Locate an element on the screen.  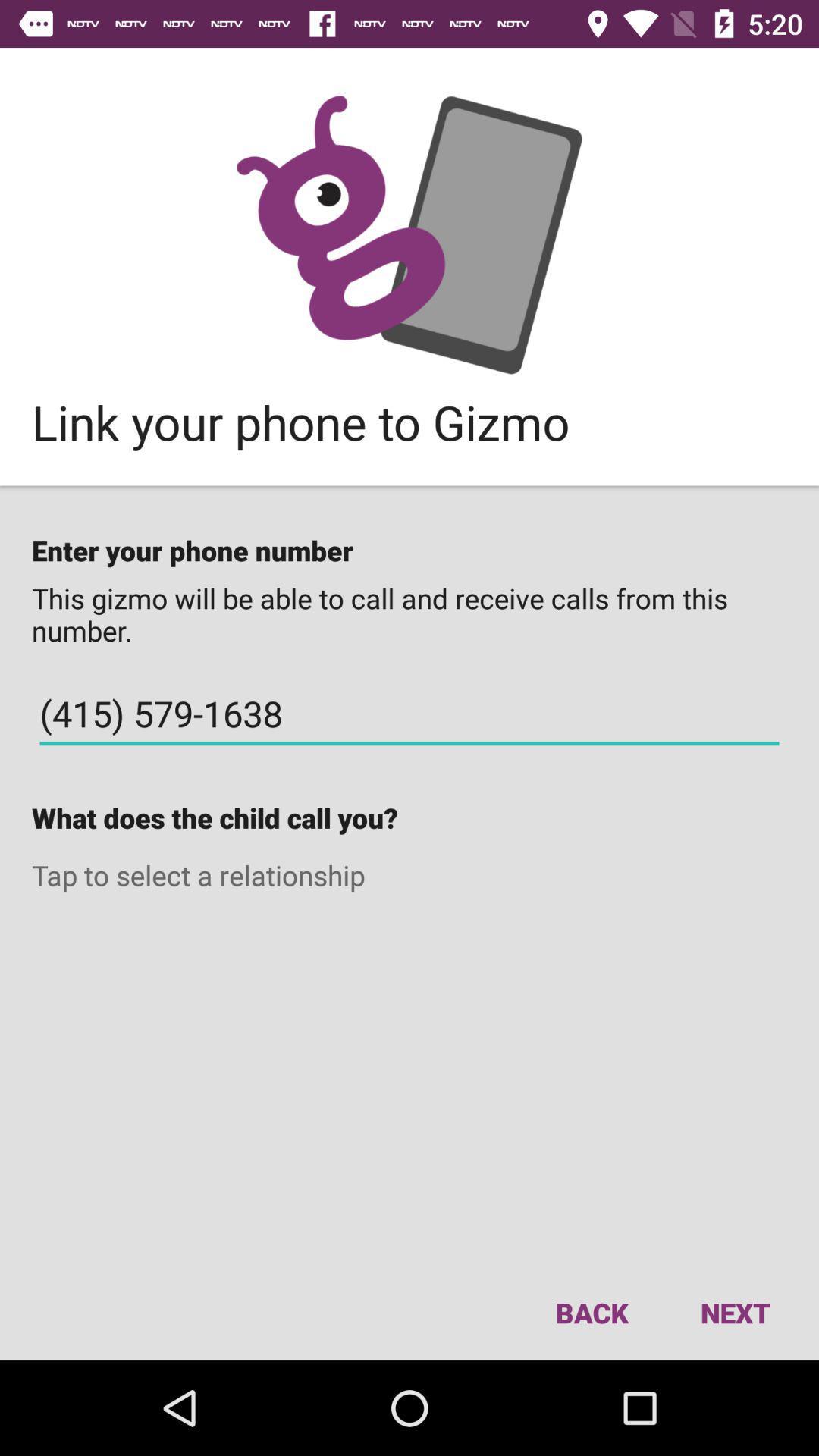
the back item is located at coordinates (591, 1312).